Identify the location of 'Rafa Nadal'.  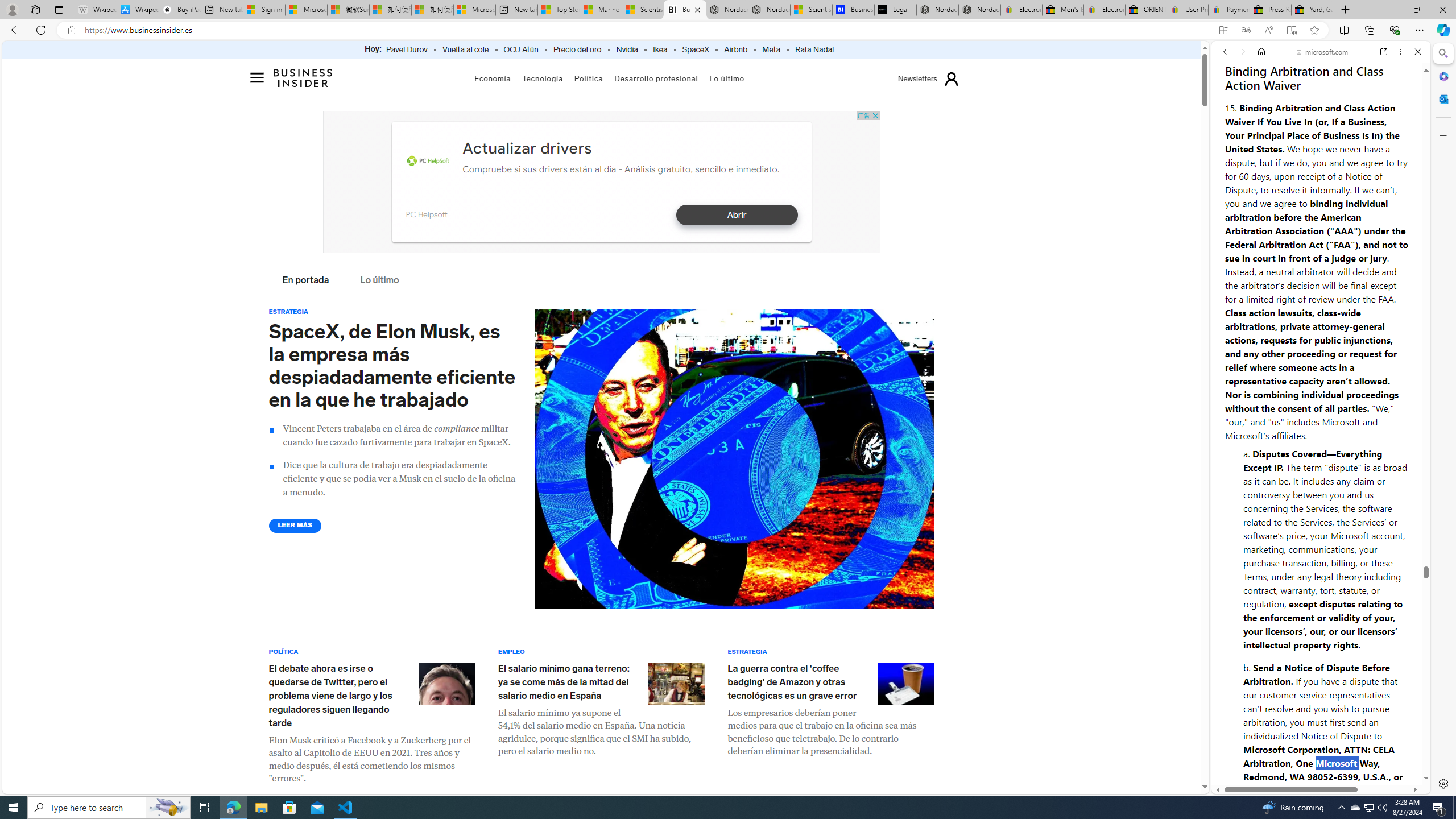
(814, 49).